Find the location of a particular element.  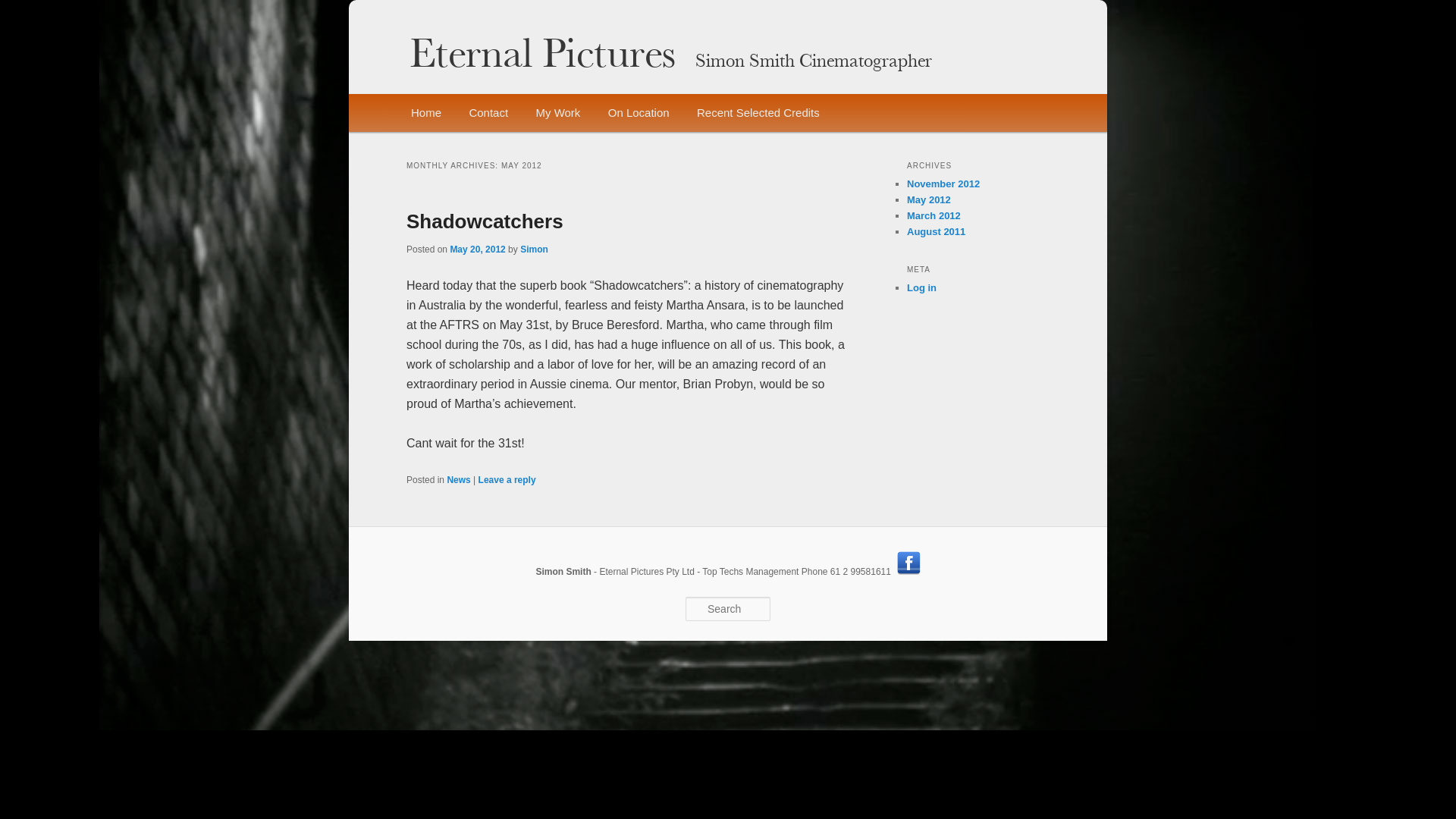

'Contact' is located at coordinates (488, 112).